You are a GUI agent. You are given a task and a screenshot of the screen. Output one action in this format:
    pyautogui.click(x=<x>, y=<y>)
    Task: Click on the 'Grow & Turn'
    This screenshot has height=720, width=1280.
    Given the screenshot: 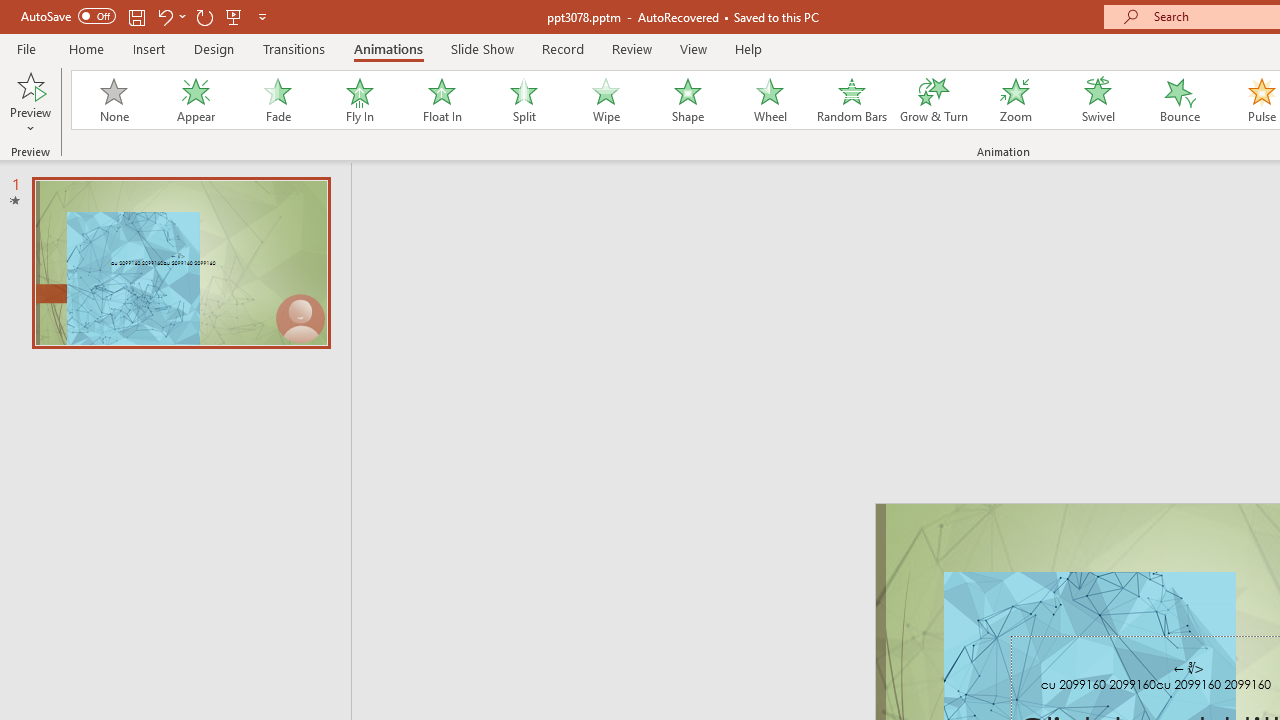 What is the action you would take?
    pyautogui.click(x=933, y=100)
    